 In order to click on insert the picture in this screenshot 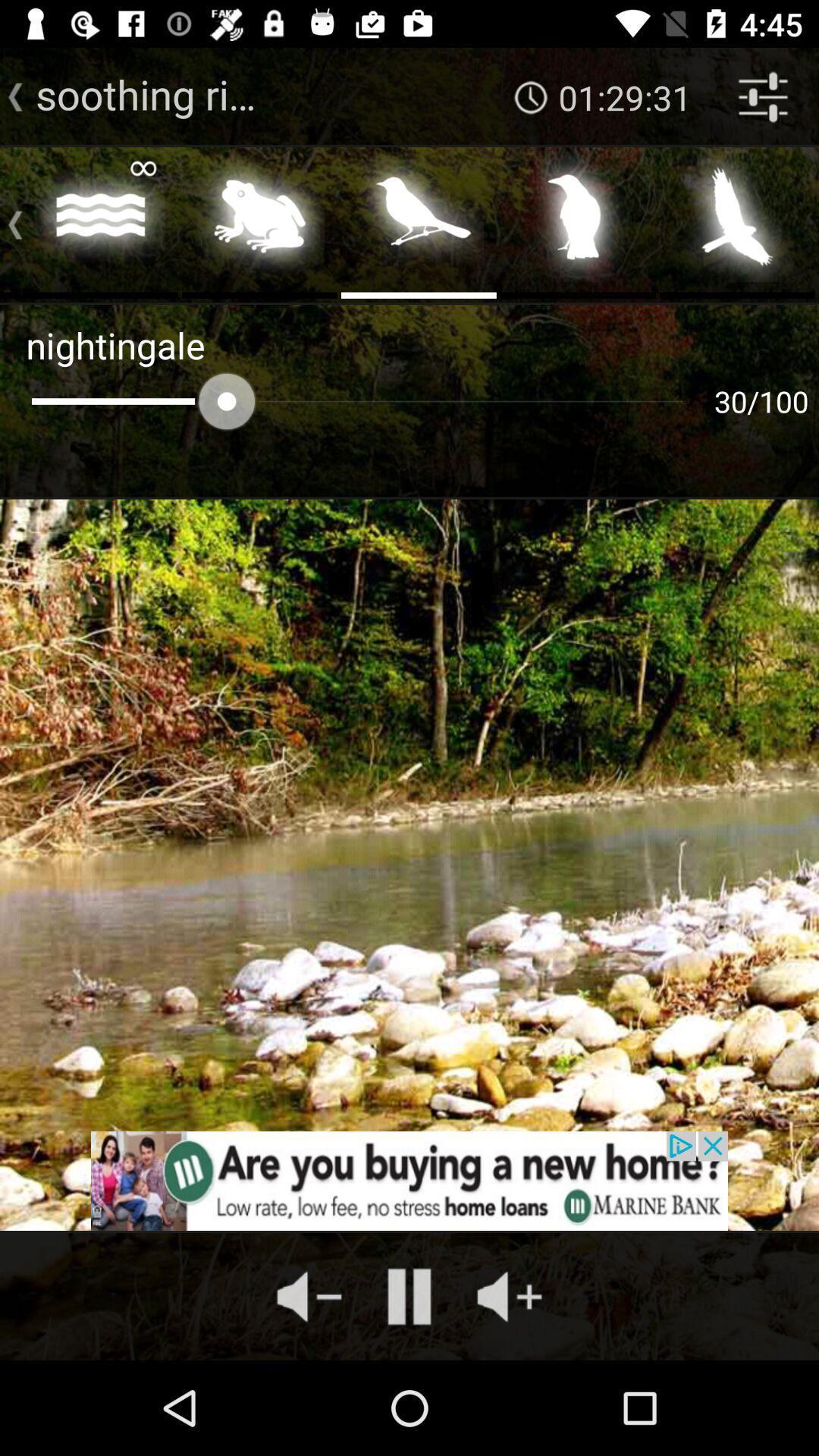, I will do `click(259, 221)`.